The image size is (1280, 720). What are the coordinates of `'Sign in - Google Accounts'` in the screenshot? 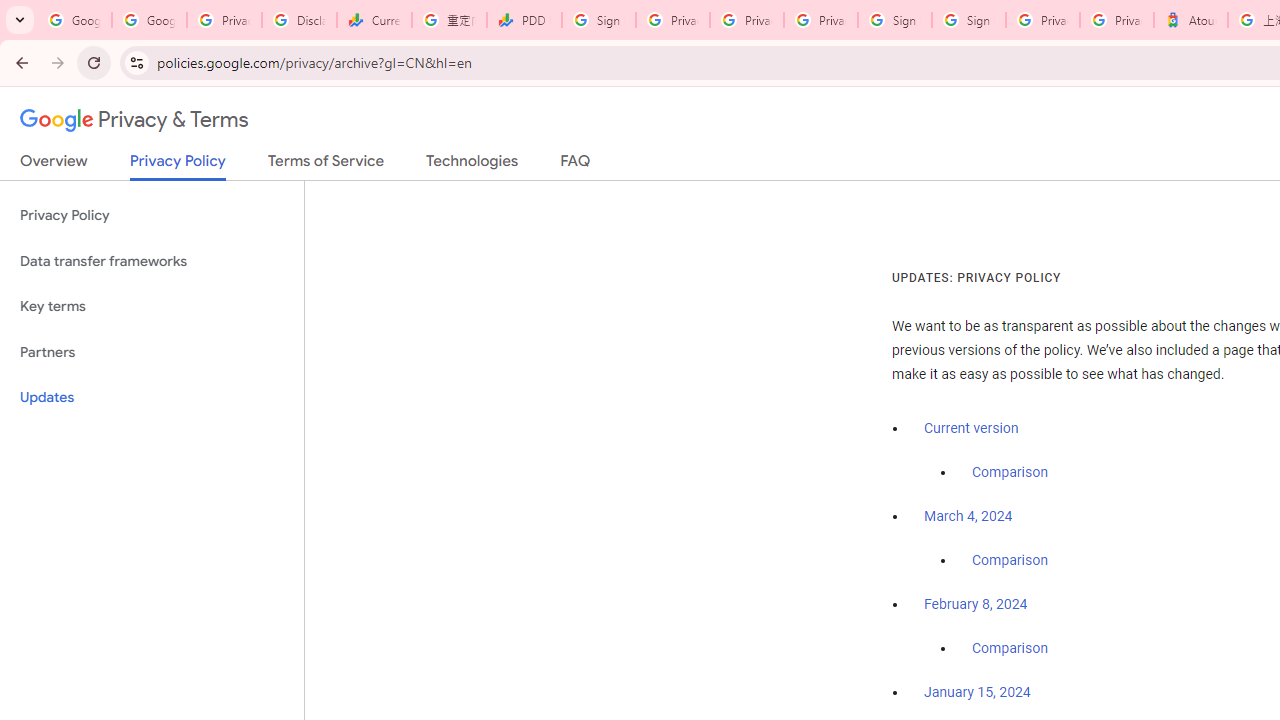 It's located at (893, 20).